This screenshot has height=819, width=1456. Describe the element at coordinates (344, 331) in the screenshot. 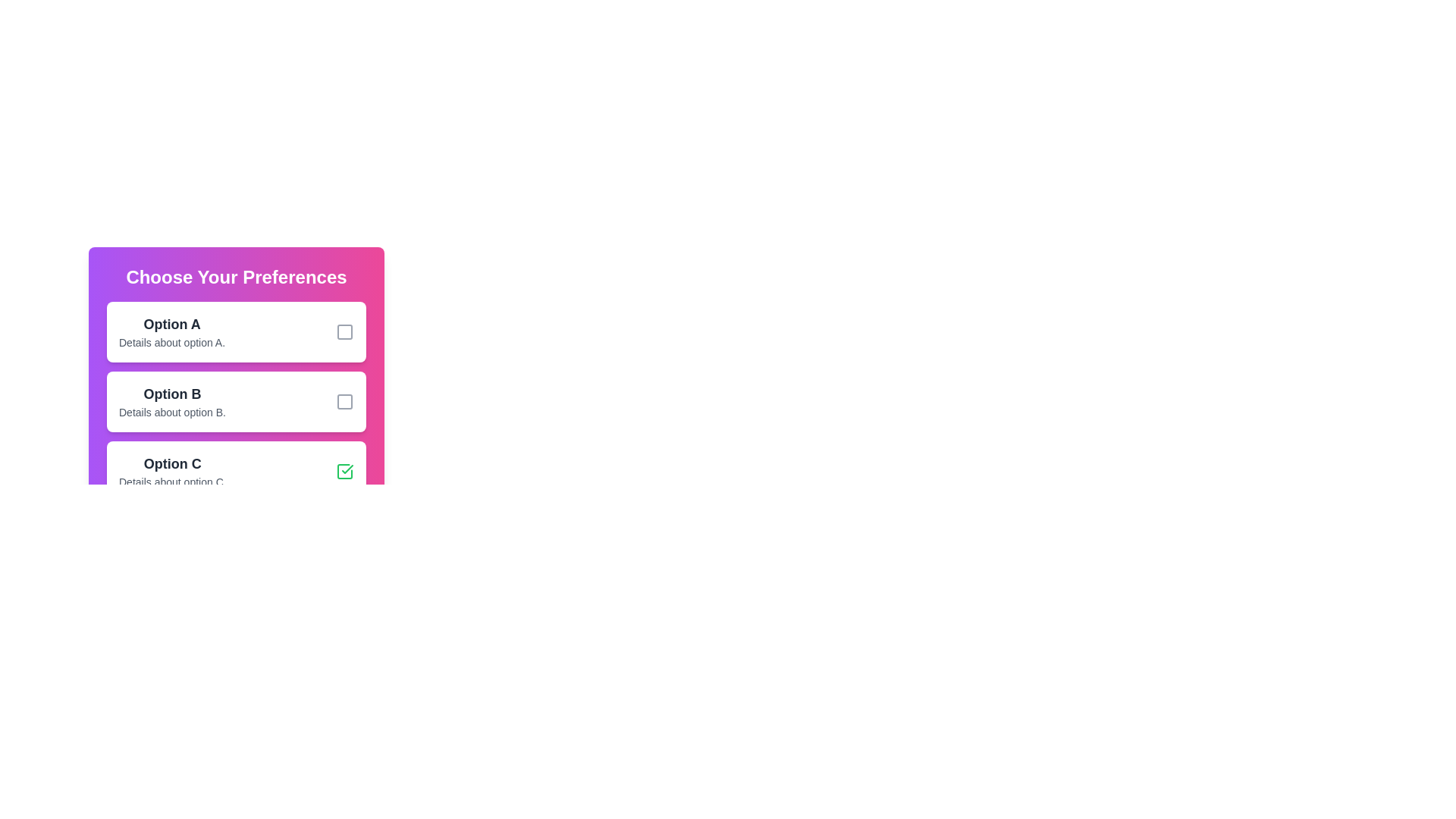

I see `the inactive checkbox icon located to the right of the text 'Option A' for visual feedback` at that location.